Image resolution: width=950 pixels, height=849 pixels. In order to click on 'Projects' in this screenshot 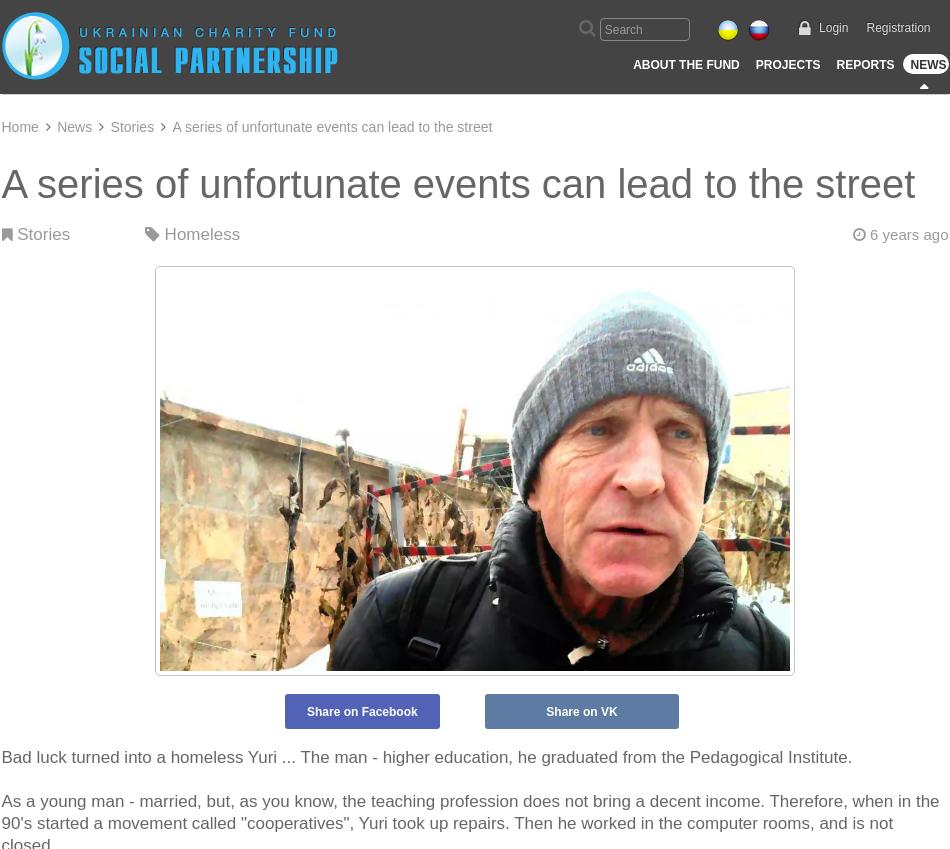, I will do `click(786, 65)`.